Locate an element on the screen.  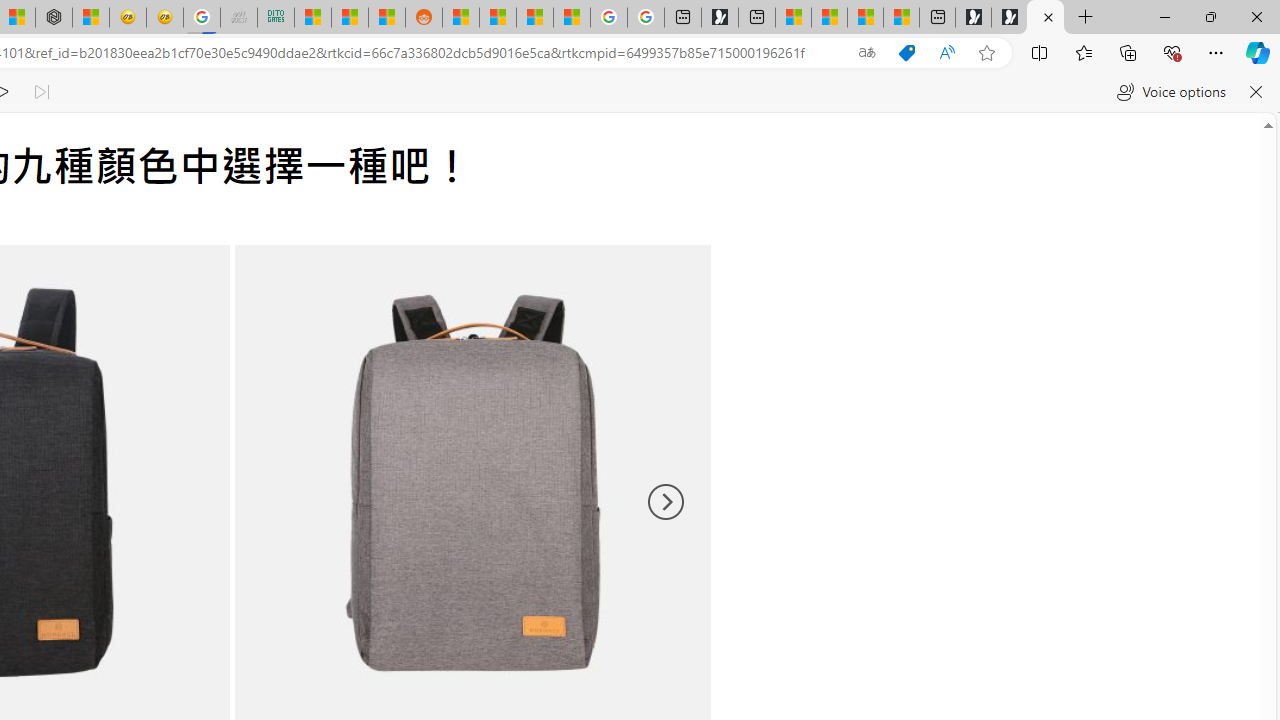
'Voice options' is located at coordinates (1171, 92).